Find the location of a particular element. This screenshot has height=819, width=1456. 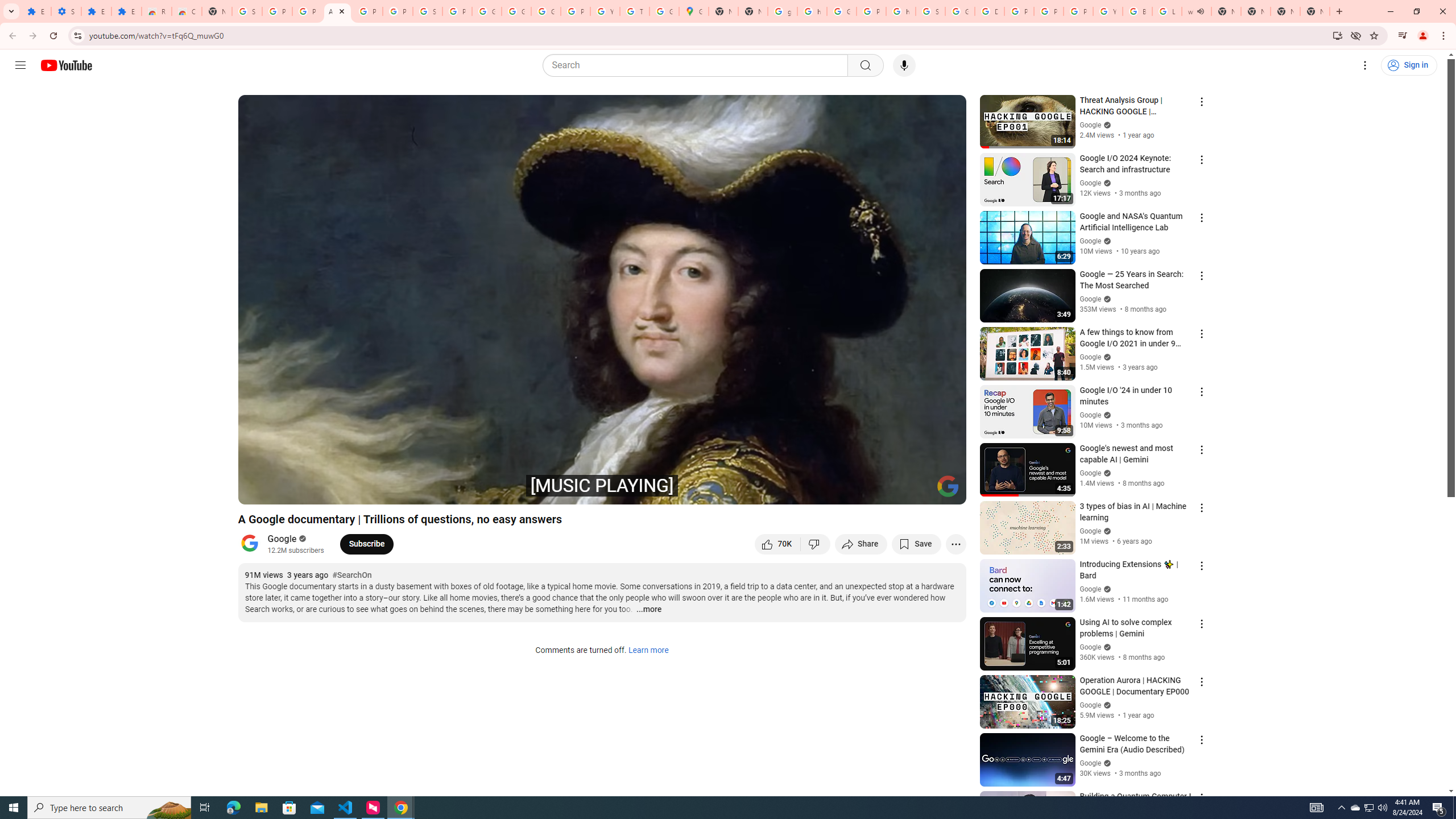

'YouTube' is located at coordinates (1108, 11).